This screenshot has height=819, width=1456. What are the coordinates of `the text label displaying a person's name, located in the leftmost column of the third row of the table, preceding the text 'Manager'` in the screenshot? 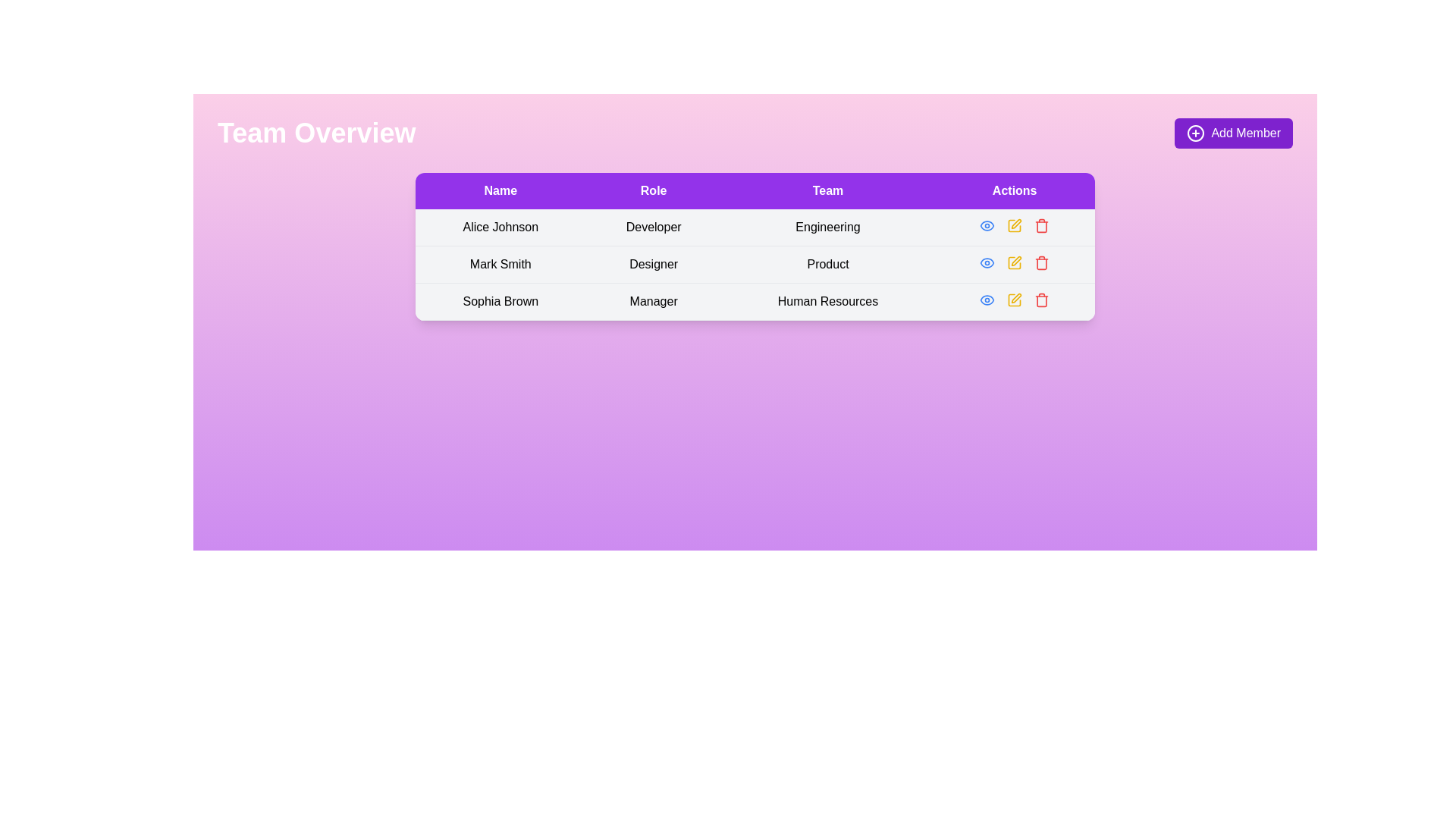 It's located at (500, 301).